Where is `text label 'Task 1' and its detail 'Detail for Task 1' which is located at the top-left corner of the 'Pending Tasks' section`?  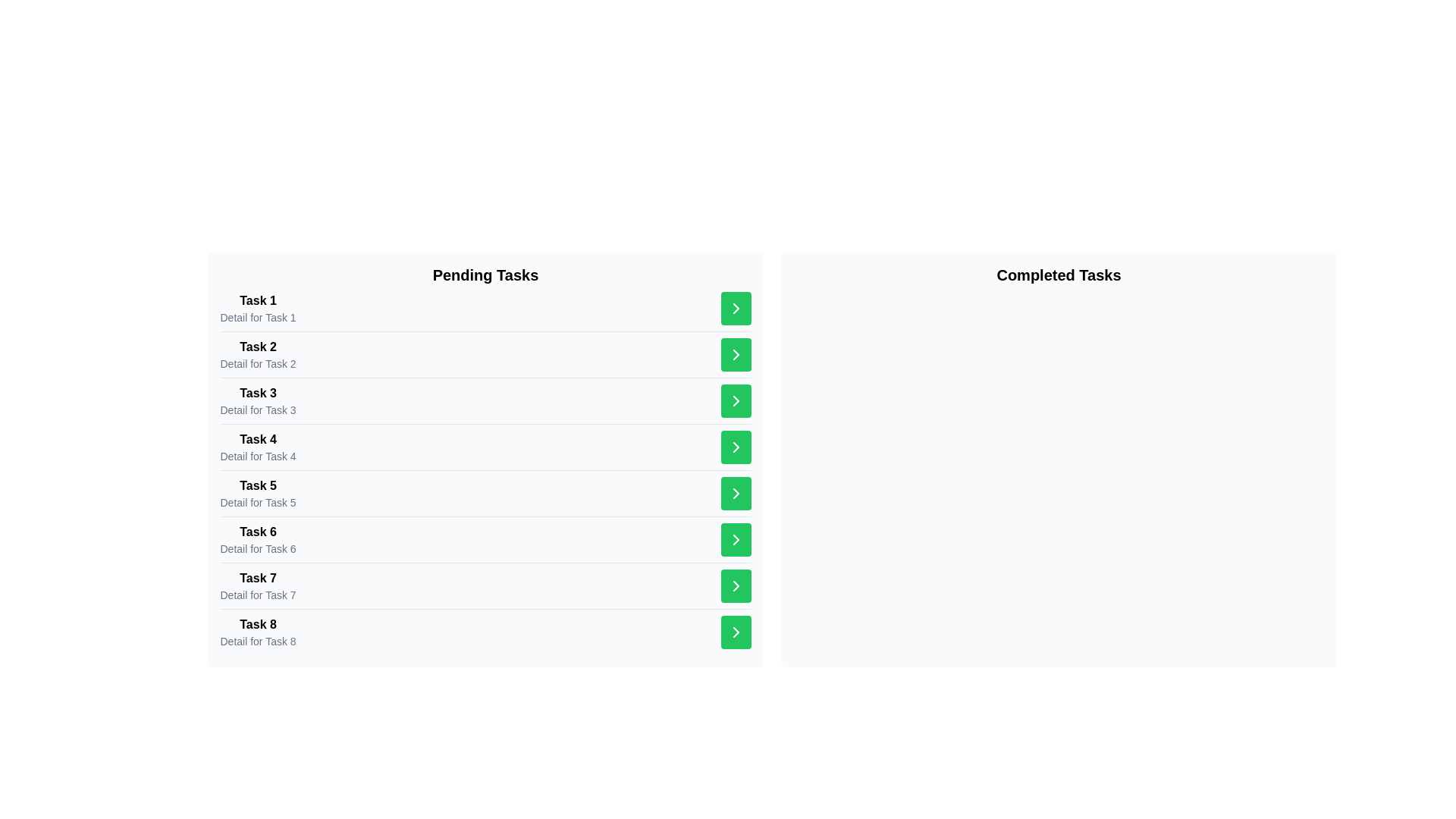
text label 'Task 1' and its detail 'Detail for Task 1' which is located at the top-left corner of the 'Pending Tasks' section is located at coordinates (258, 308).